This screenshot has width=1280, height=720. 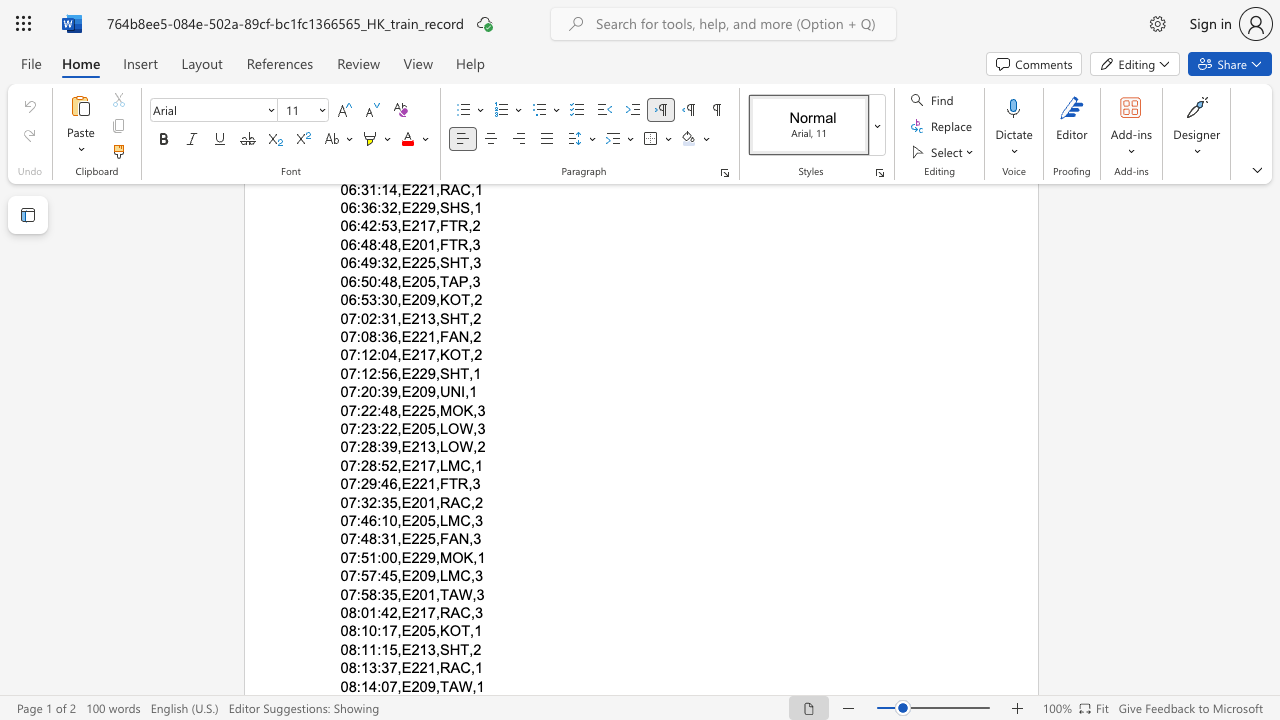 What do you see at coordinates (355, 685) in the screenshot?
I see `the space between the continuous character "8" and ":" in the text` at bounding box center [355, 685].